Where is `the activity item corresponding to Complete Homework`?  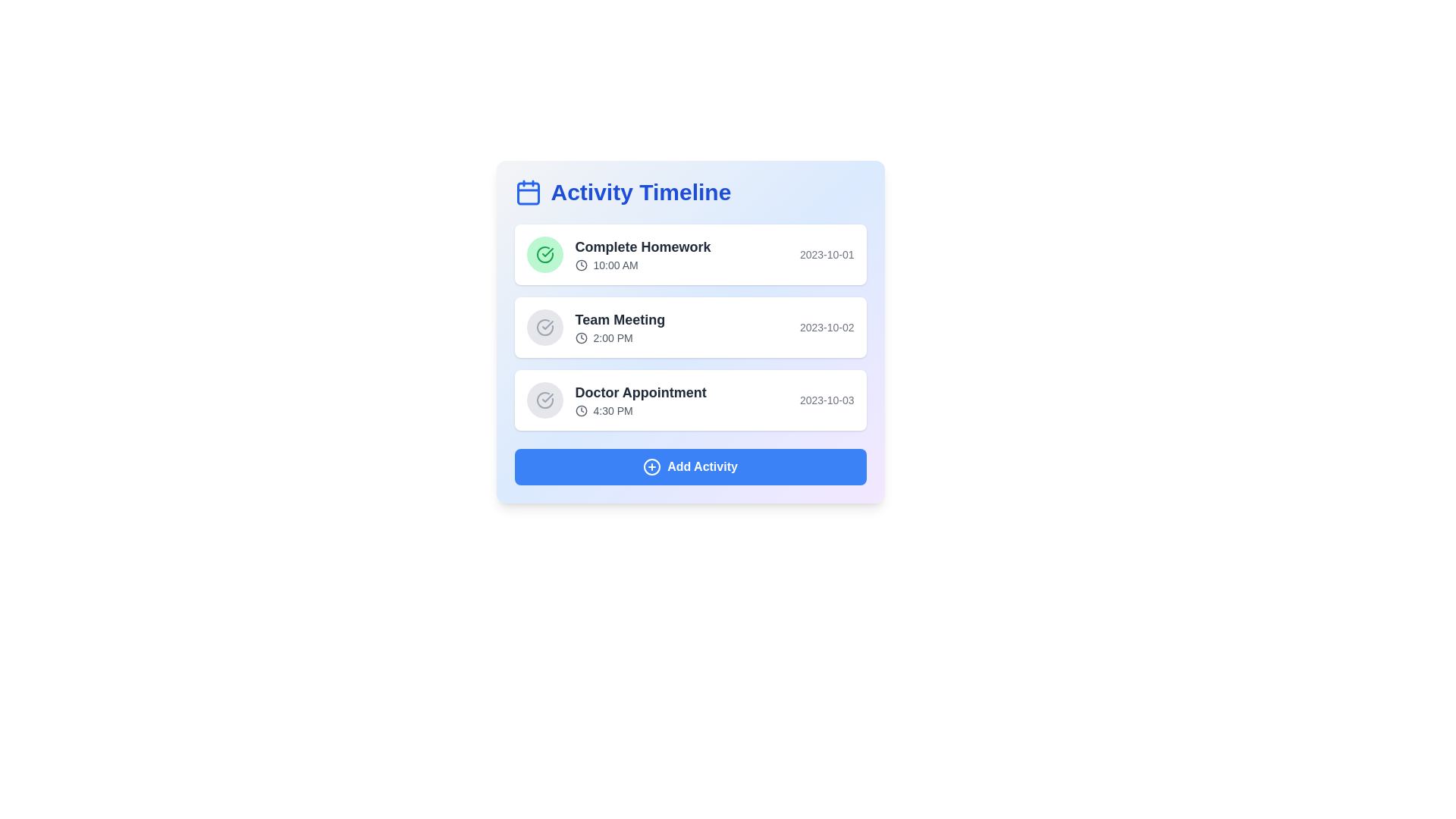
the activity item corresponding to Complete Homework is located at coordinates (689, 253).